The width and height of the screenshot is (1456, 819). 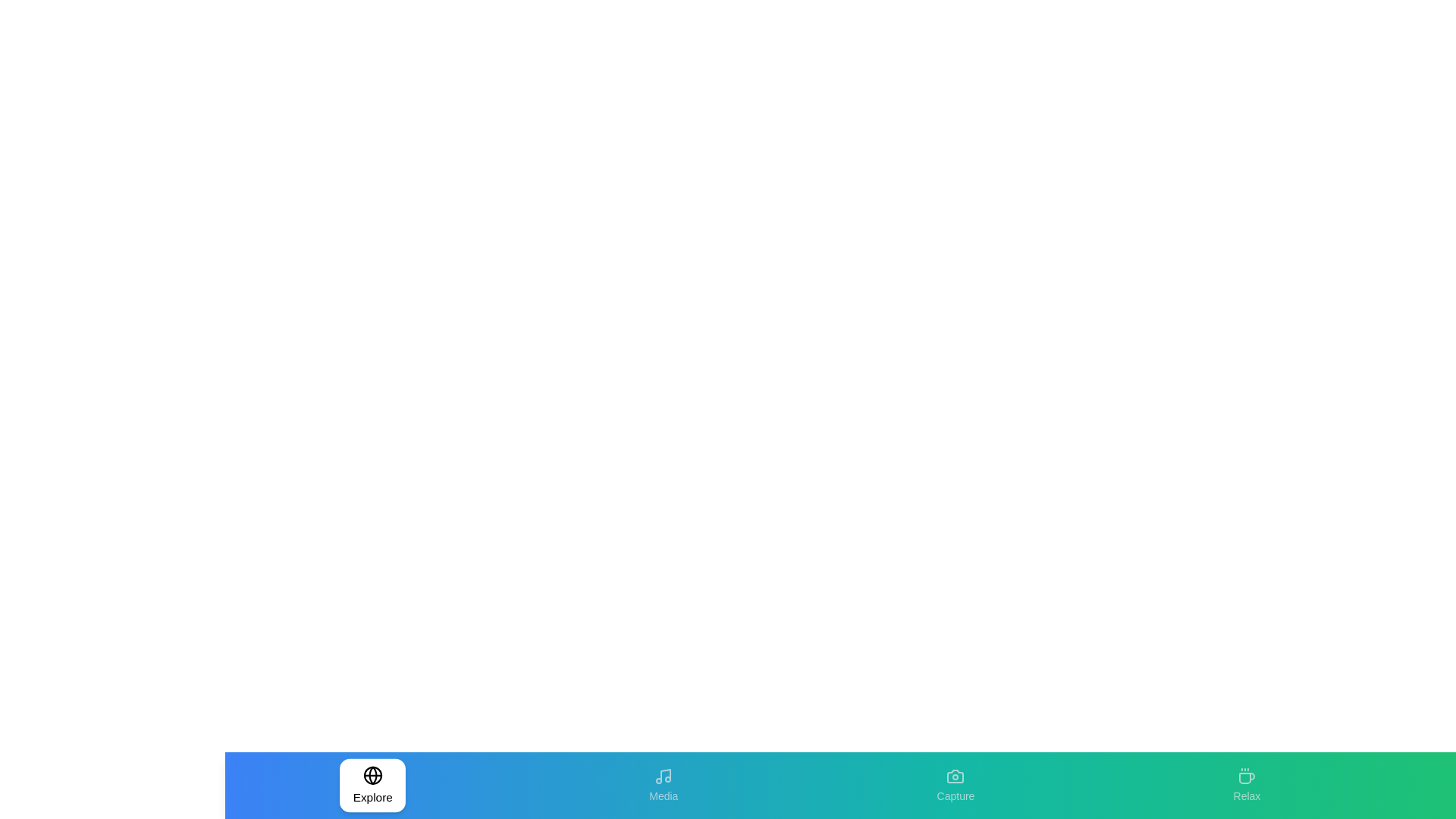 I want to click on the Media tab to observe its visual feedback, so click(x=663, y=785).